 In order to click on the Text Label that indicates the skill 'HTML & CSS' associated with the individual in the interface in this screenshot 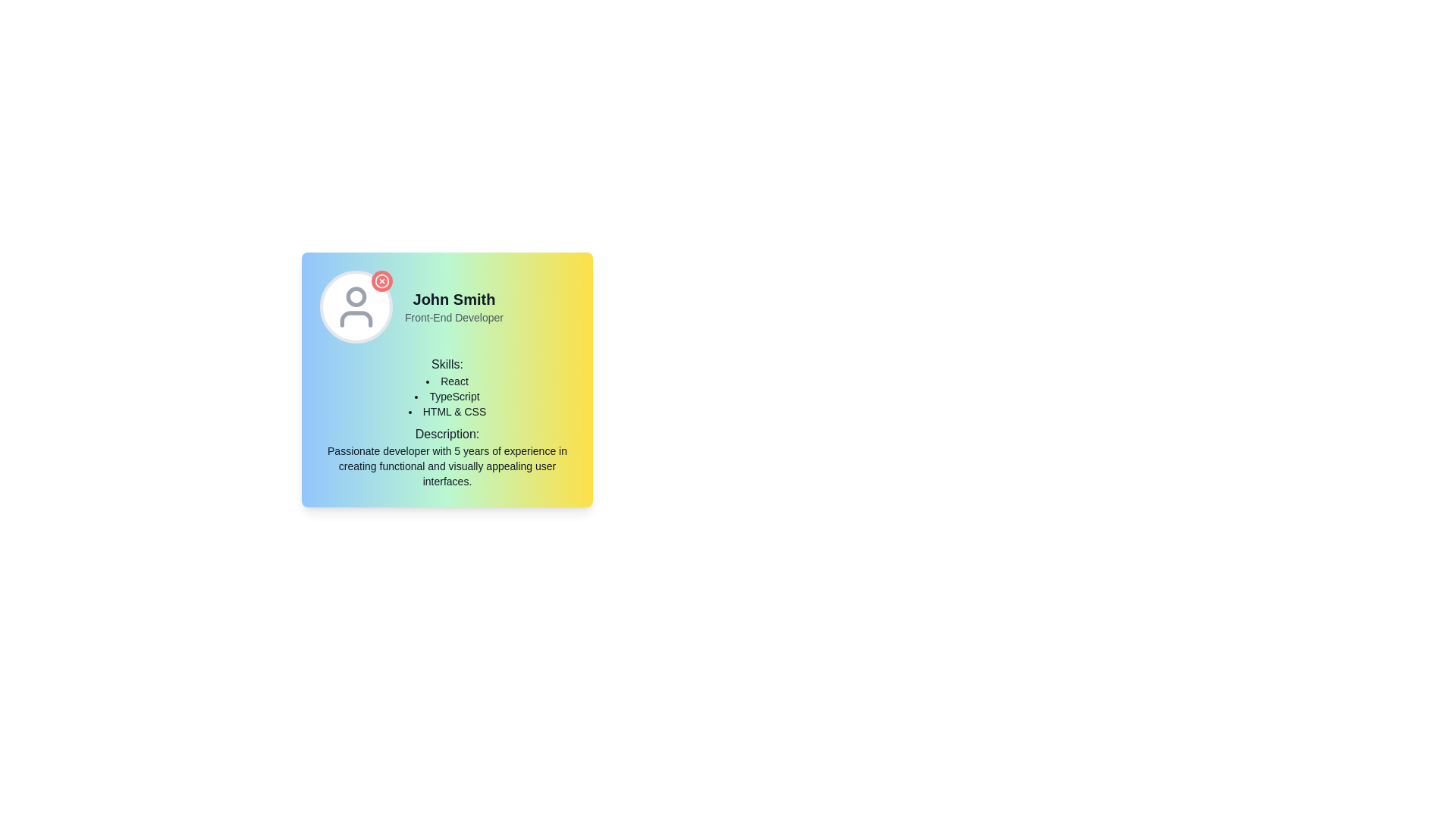, I will do `click(447, 412)`.